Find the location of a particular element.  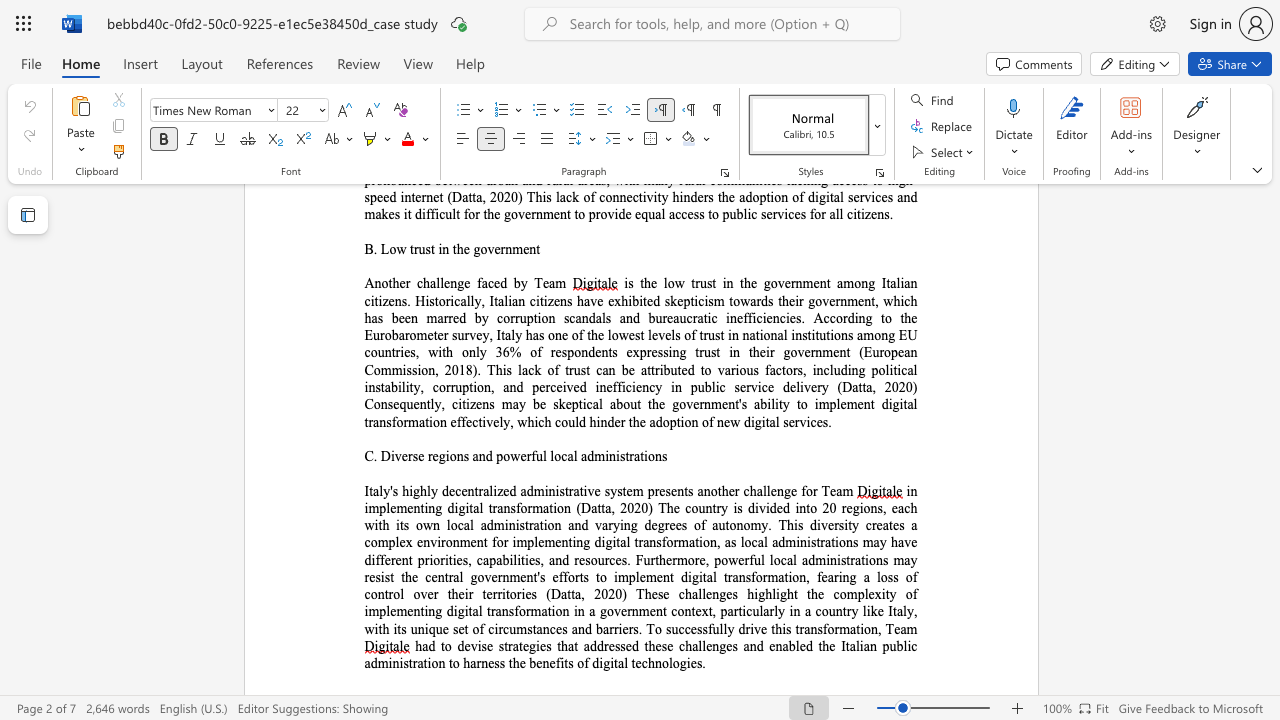

the subset text "ul local admini" within the text "C. Diverse regions and powerful local administrations" is located at coordinates (535, 456).